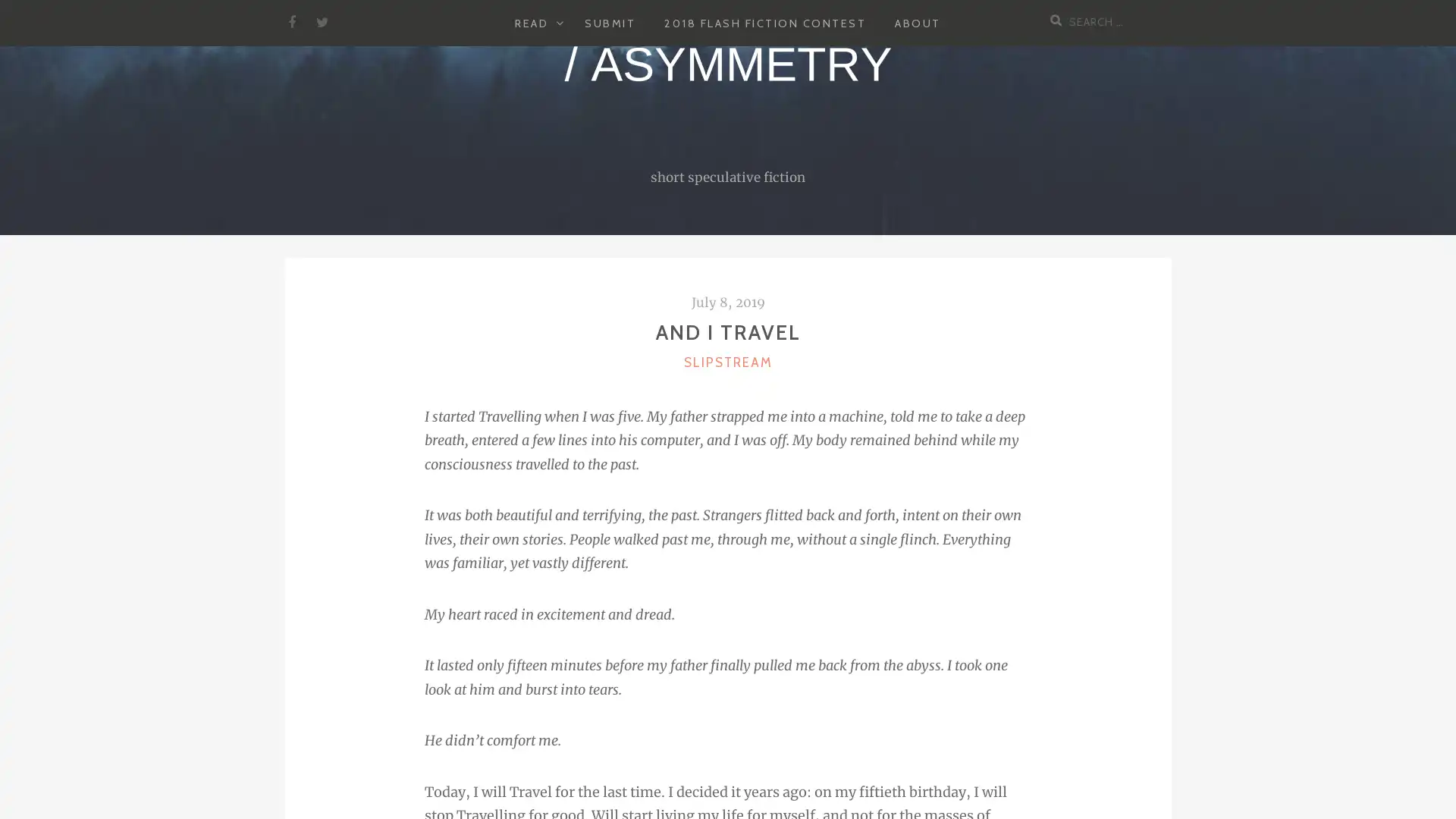 This screenshot has height=819, width=1456. Describe the element at coordinates (558, 22) in the screenshot. I see `EXPAND CHILD MENU` at that location.